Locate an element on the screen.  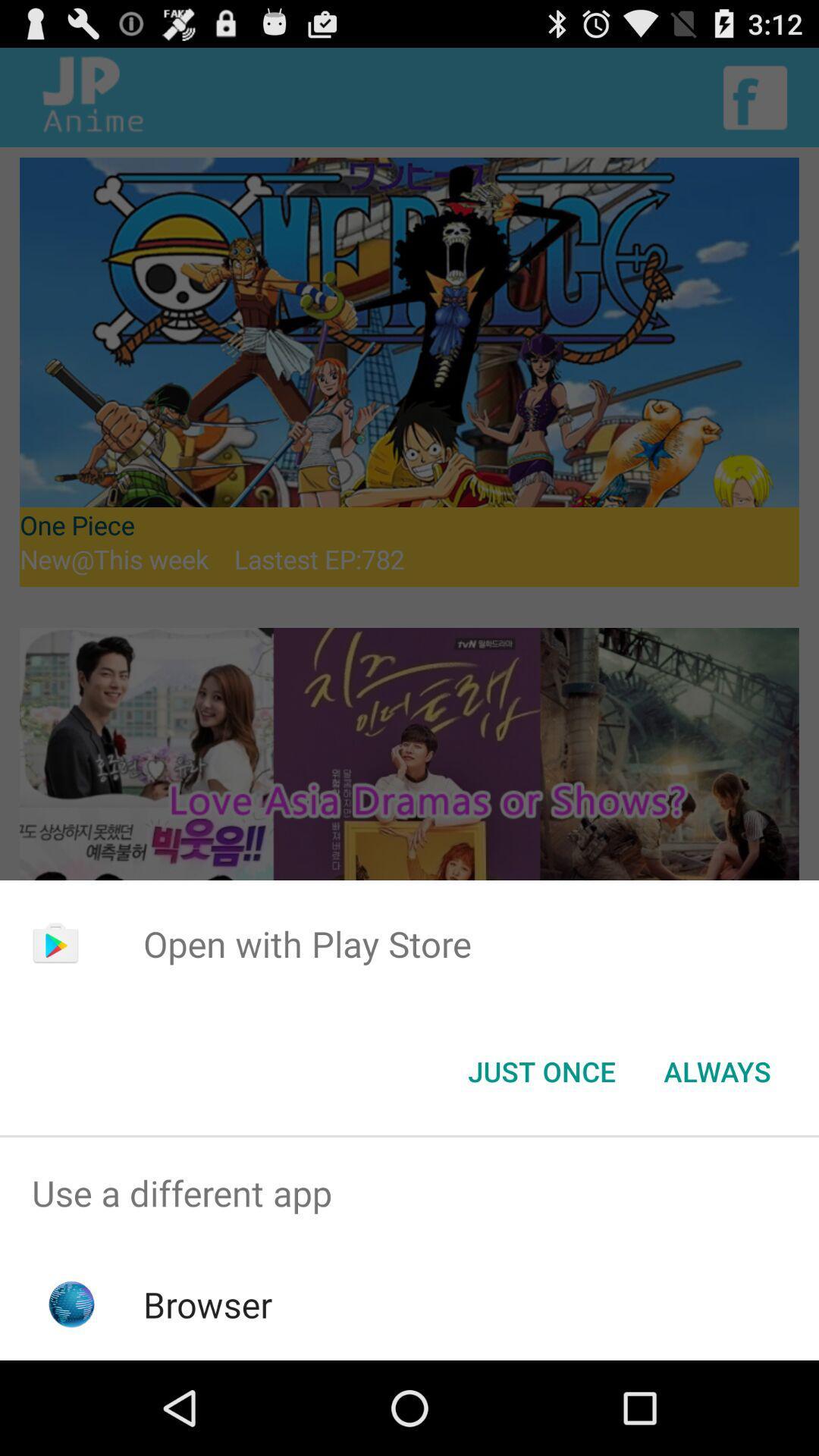
browser item is located at coordinates (208, 1304).